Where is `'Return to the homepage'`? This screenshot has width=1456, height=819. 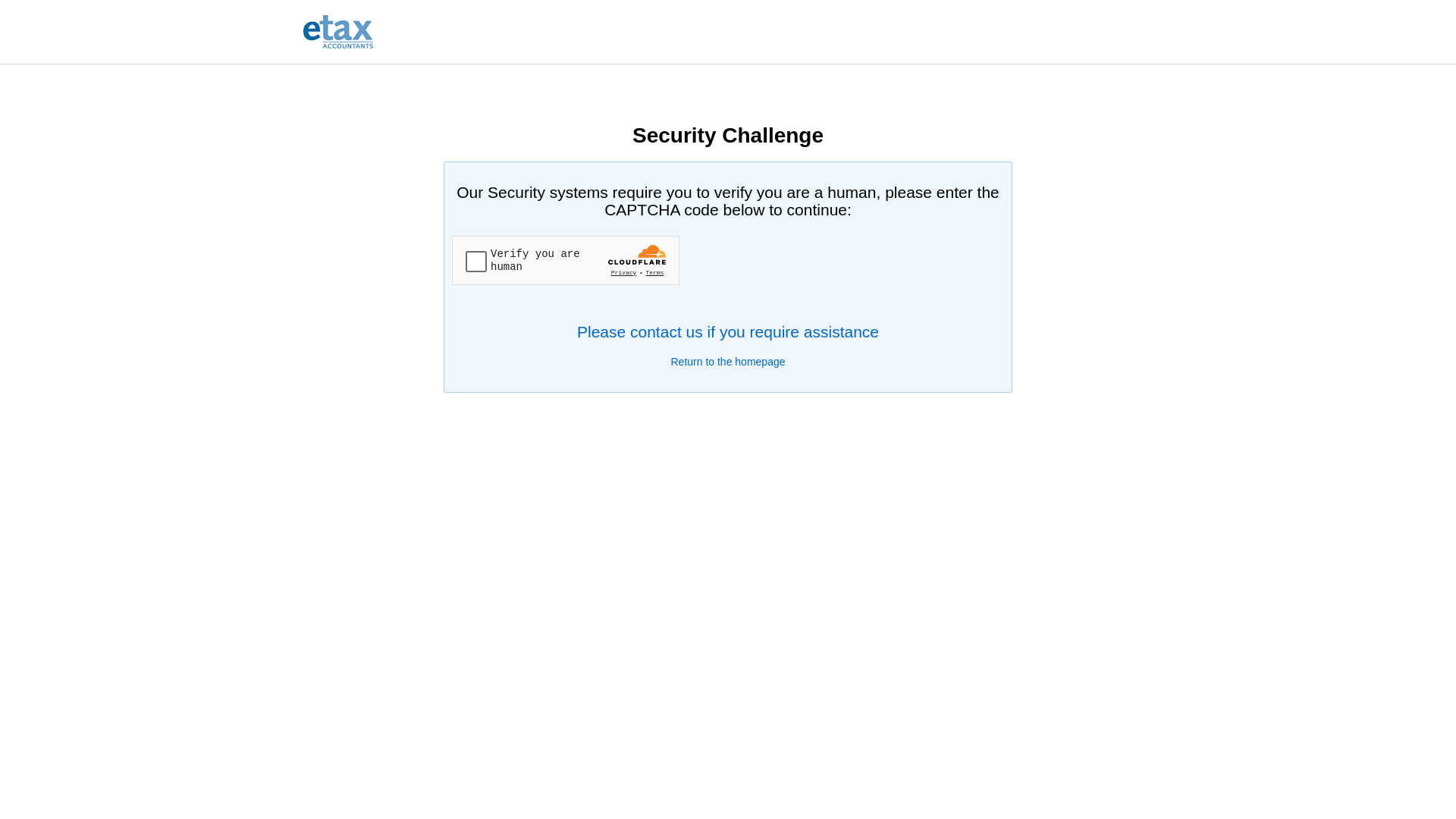
'Return to the homepage' is located at coordinates (726, 362).